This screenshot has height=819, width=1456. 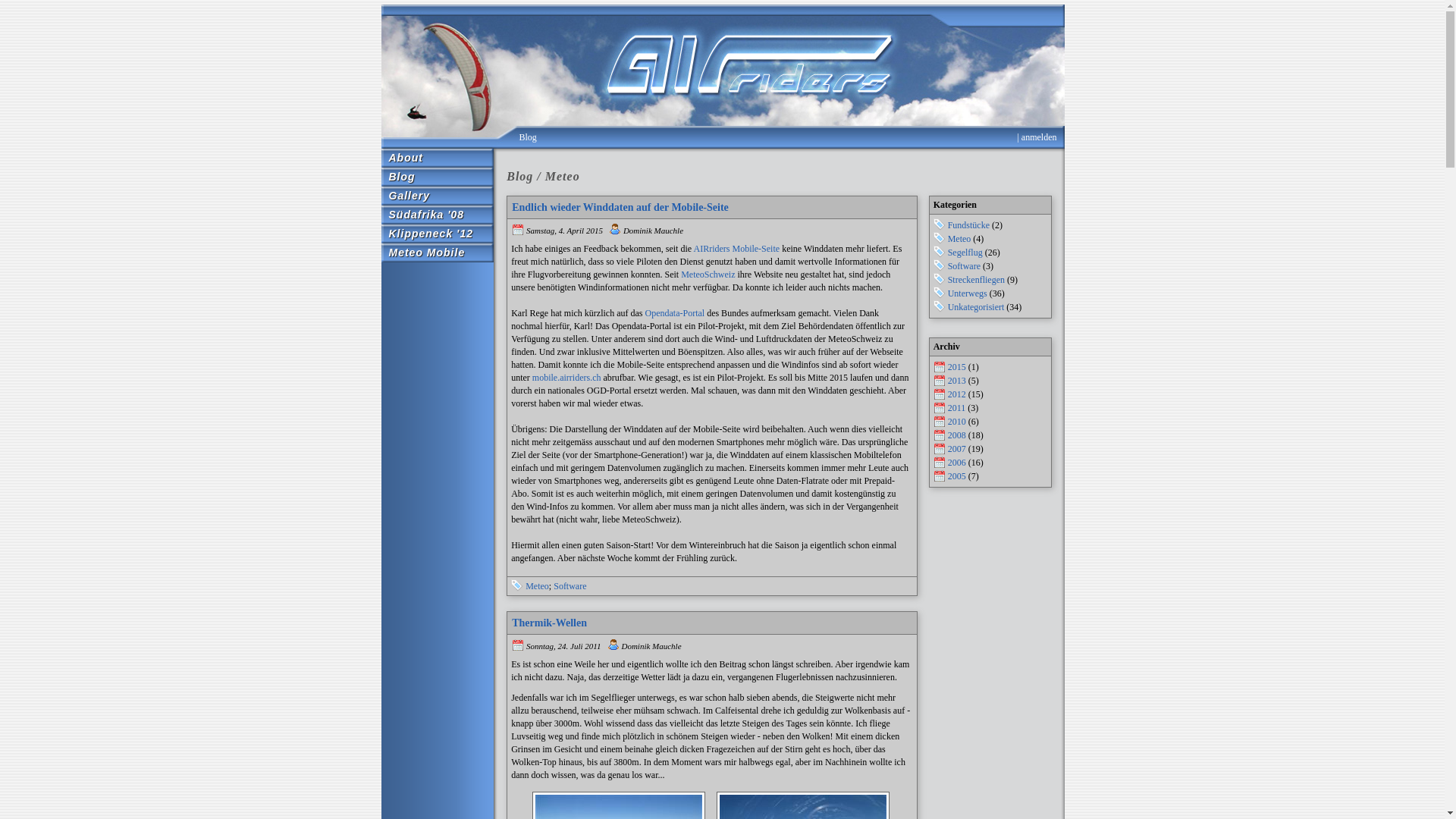 What do you see at coordinates (1021, 137) in the screenshot?
I see `'anmelden'` at bounding box center [1021, 137].